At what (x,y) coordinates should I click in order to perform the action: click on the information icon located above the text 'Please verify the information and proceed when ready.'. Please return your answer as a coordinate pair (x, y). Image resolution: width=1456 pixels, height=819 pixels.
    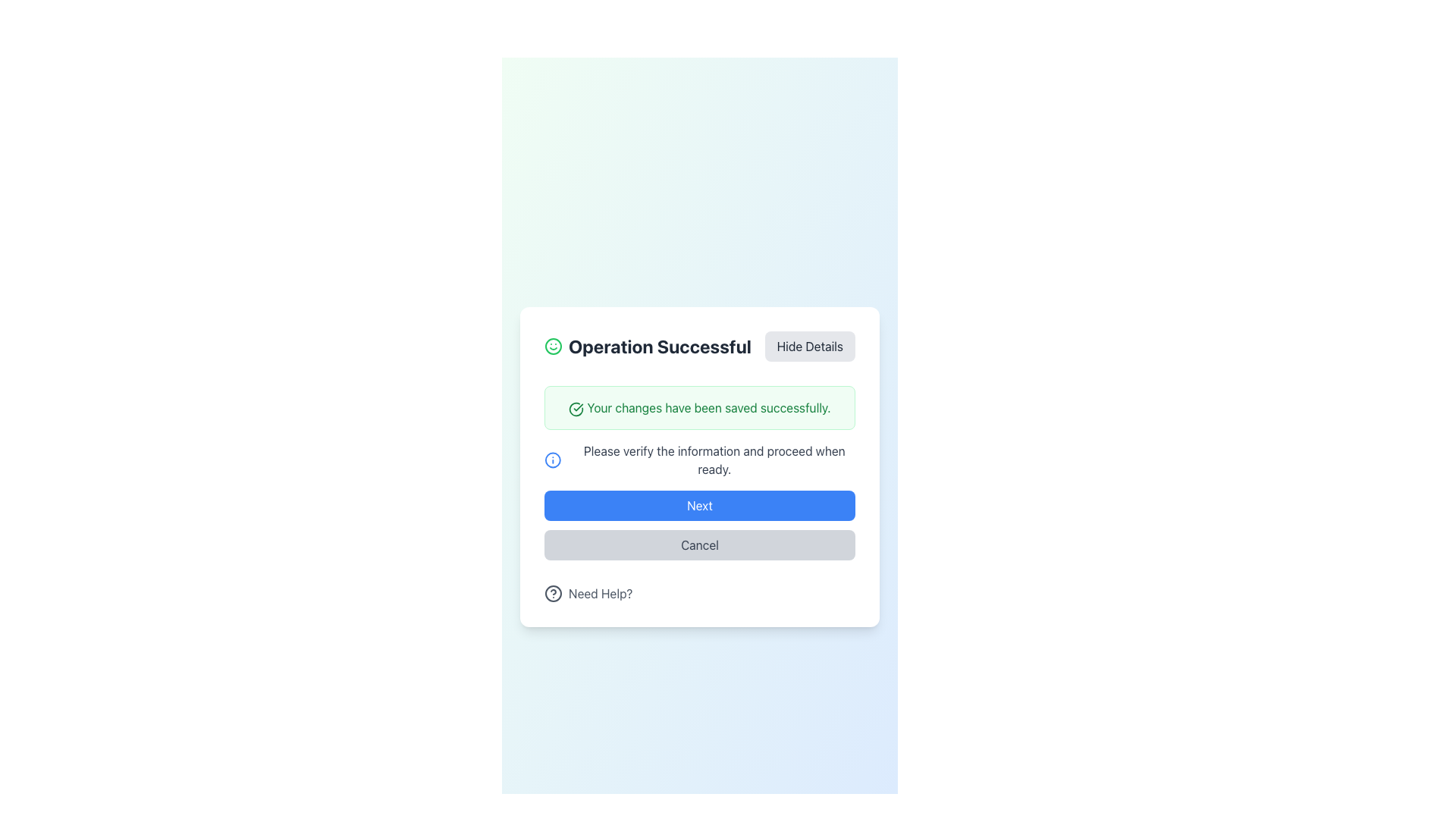
    Looking at the image, I should click on (552, 459).